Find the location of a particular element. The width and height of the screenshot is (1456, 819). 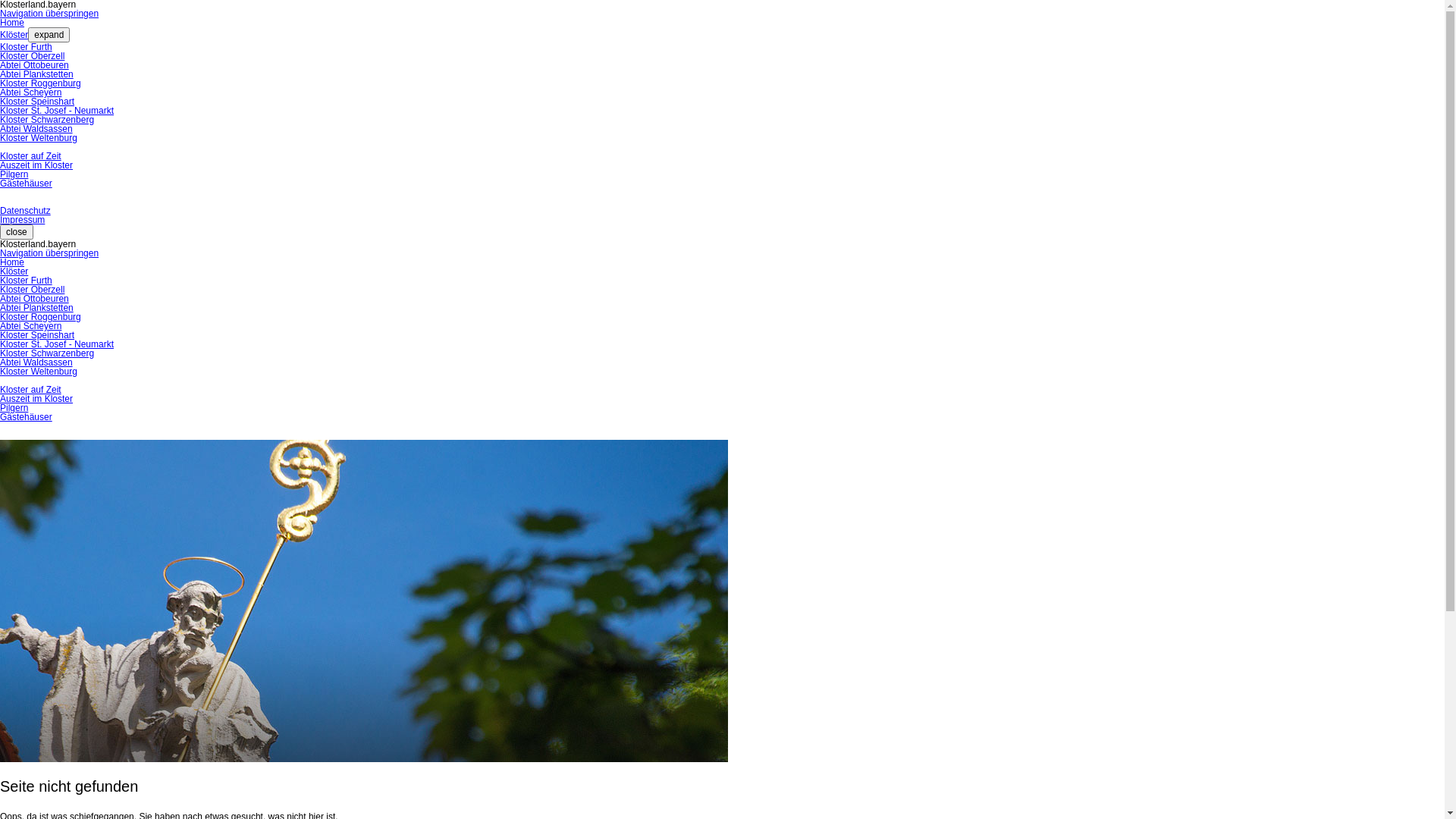

'Abtei Waldsassen' is located at coordinates (36, 127).